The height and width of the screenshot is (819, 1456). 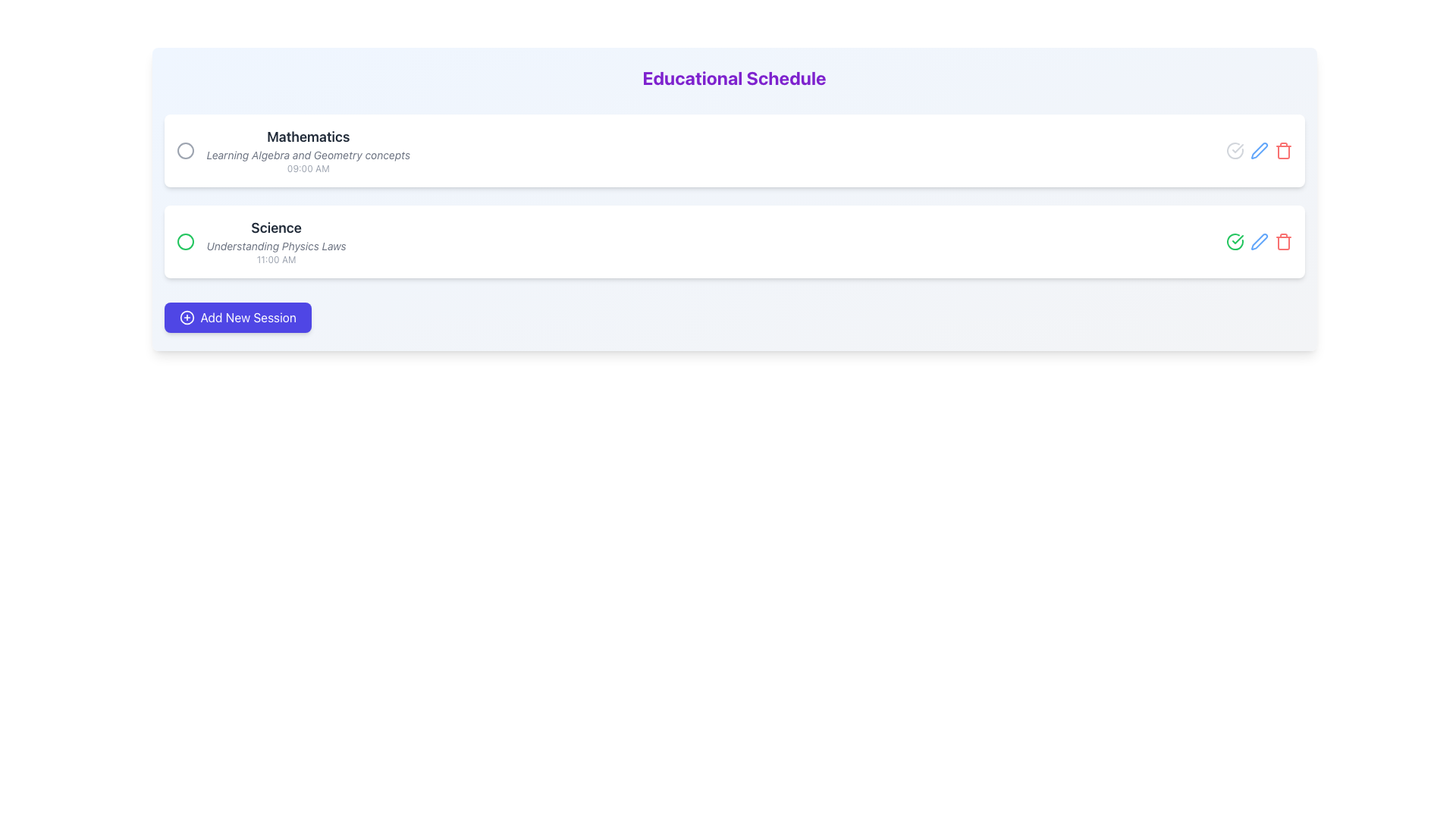 What do you see at coordinates (1238, 149) in the screenshot?
I see `the graphical icon indicating the completion status of the 'Science' session` at bounding box center [1238, 149].